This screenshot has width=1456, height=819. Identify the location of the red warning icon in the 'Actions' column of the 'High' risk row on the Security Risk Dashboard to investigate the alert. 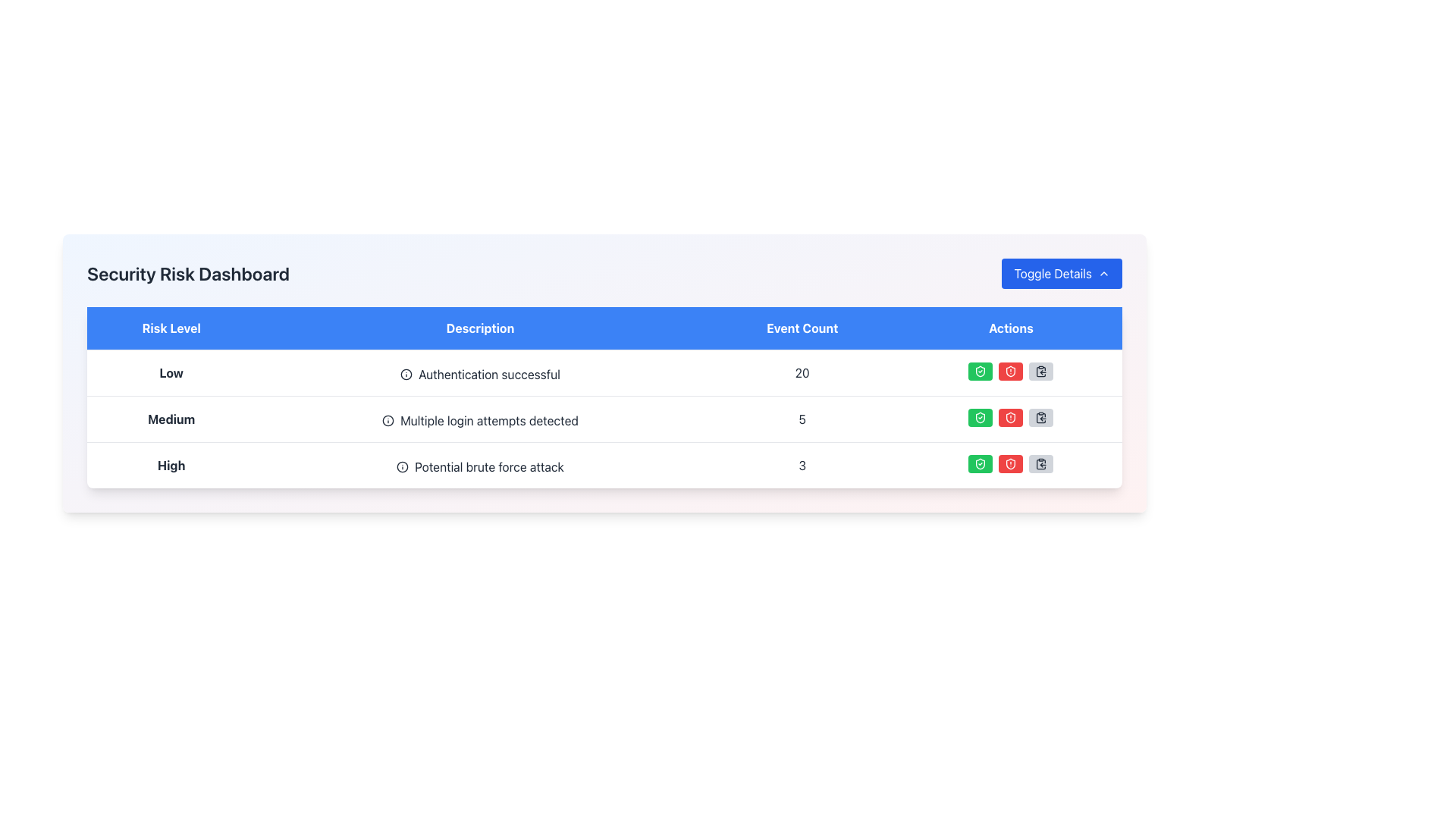
(1011, 371).